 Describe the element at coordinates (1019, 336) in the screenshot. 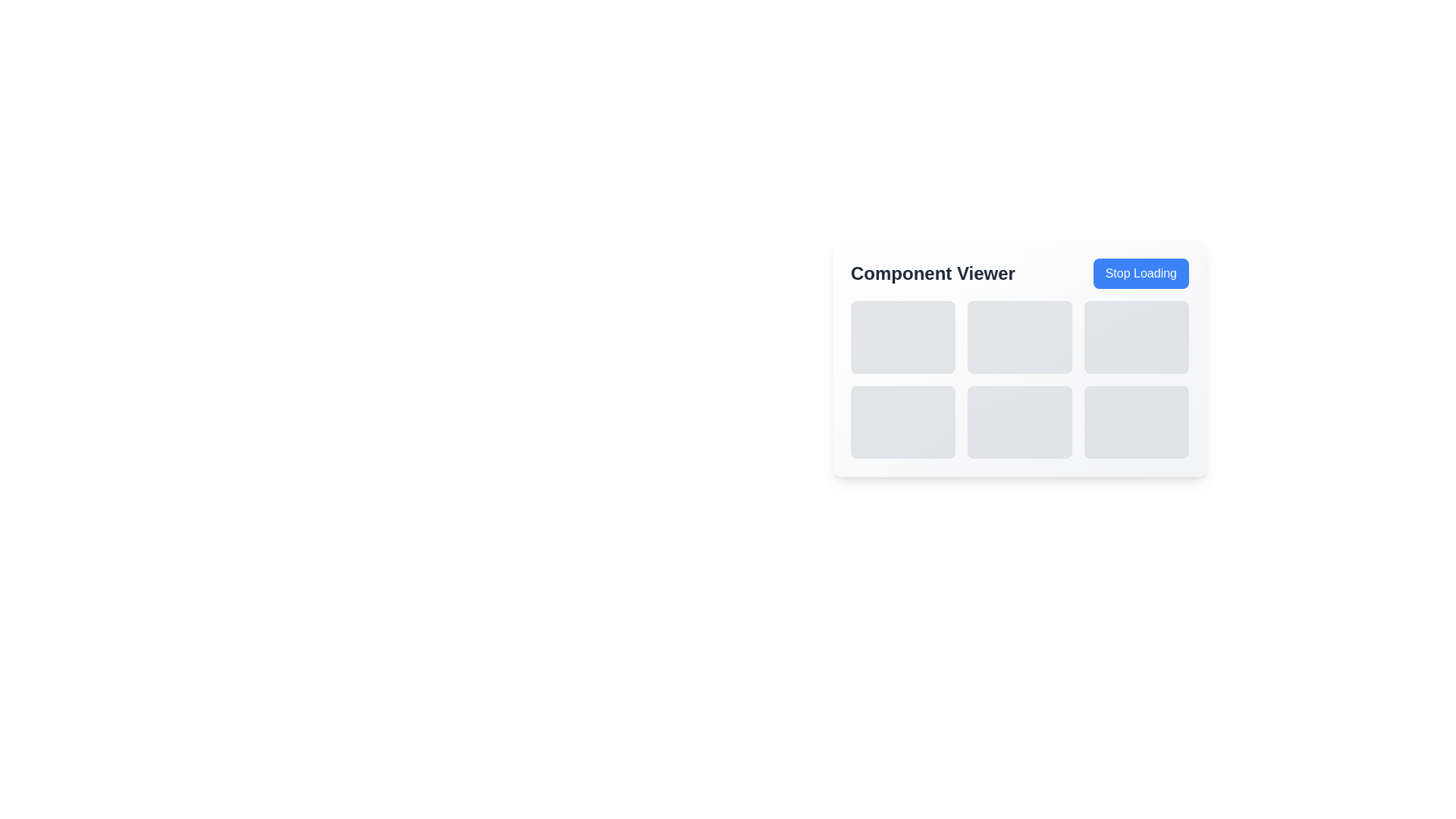

I see `the visual placeholder located in the middle column of the grid, which indicates that data is being loaded or will be displayed here` at that location.